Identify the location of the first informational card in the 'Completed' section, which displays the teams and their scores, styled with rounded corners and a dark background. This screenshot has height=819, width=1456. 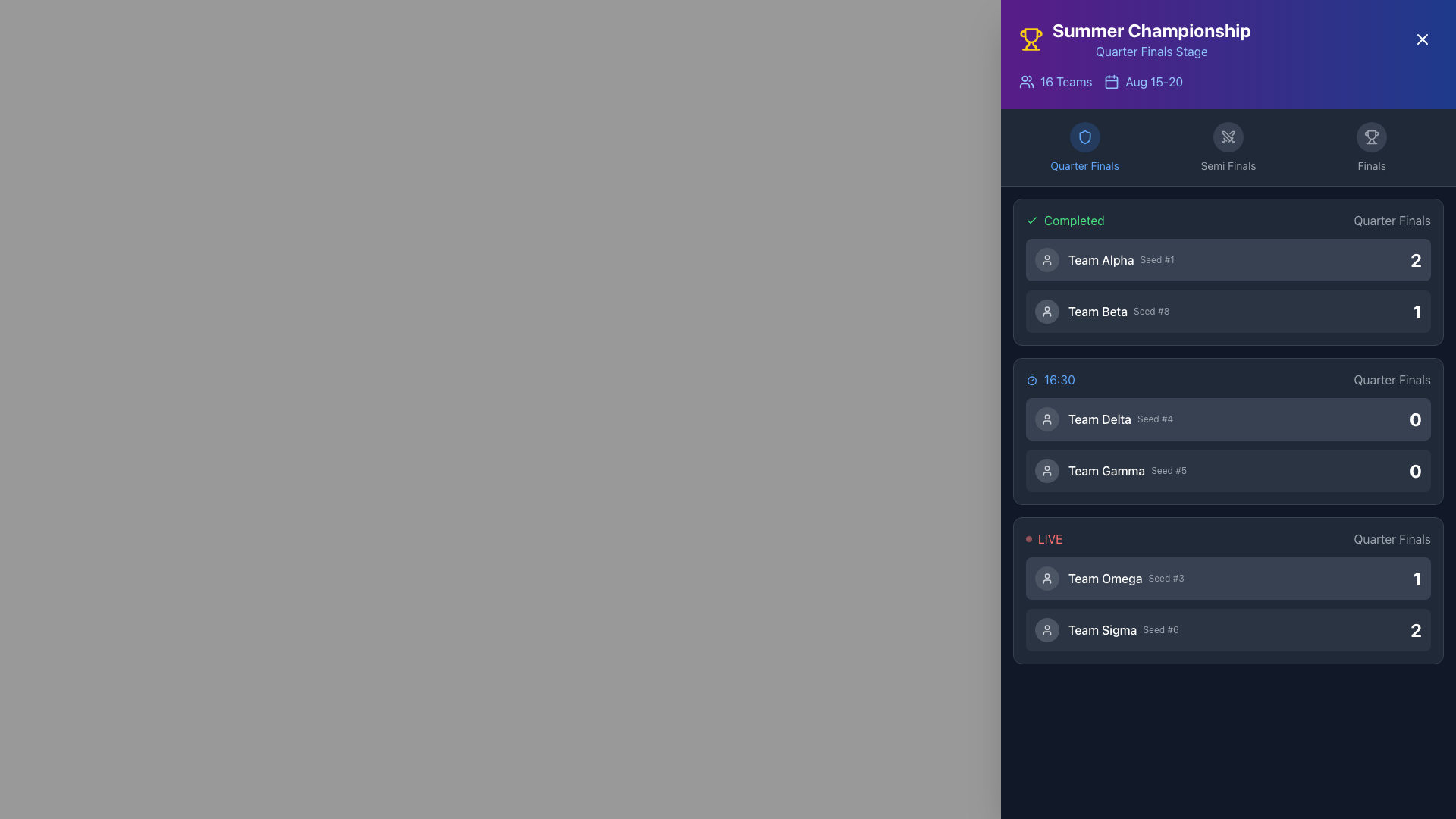
(1228, 271).